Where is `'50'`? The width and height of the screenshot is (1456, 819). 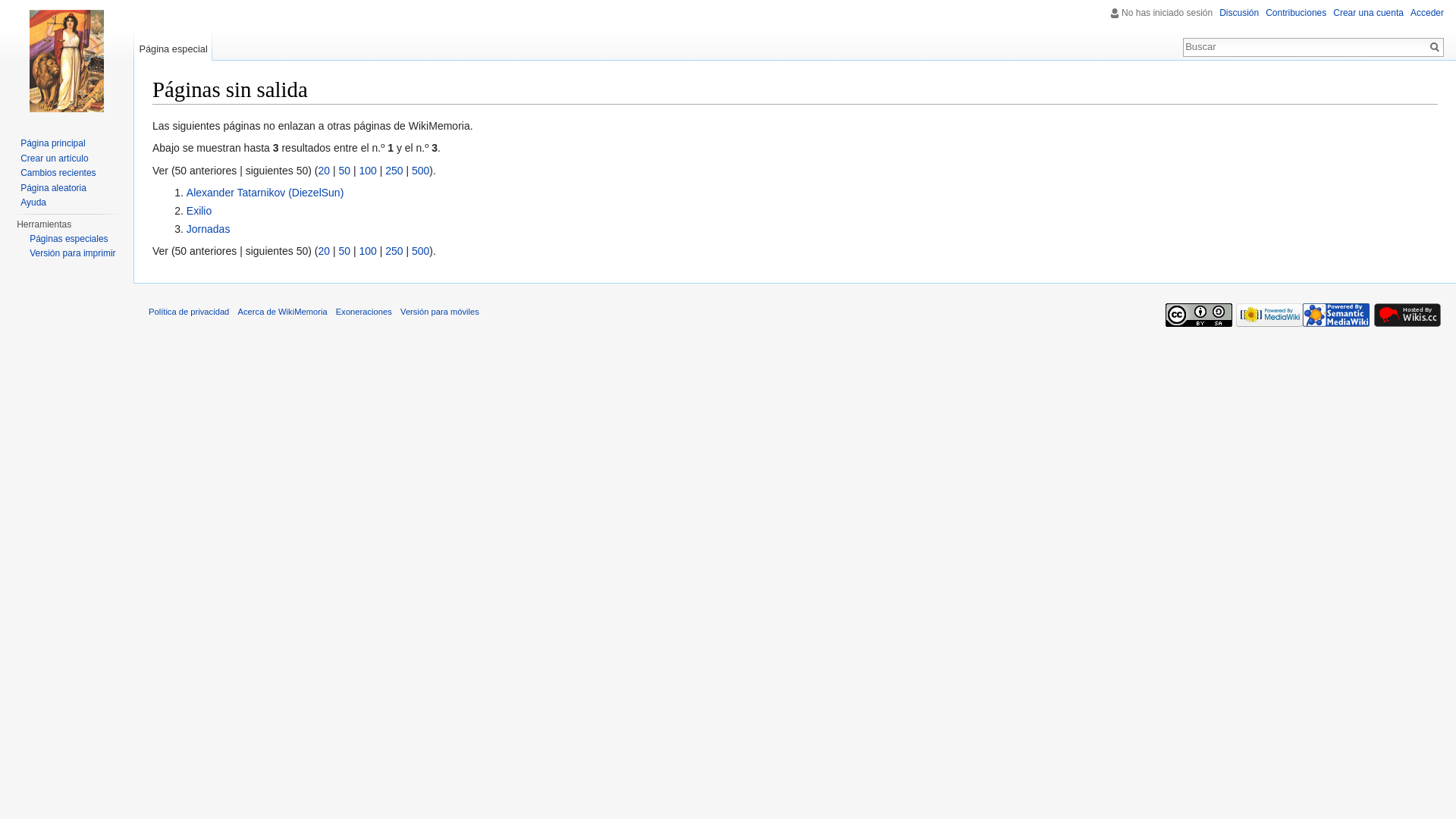 '50' is located at coordinates (344, 170).